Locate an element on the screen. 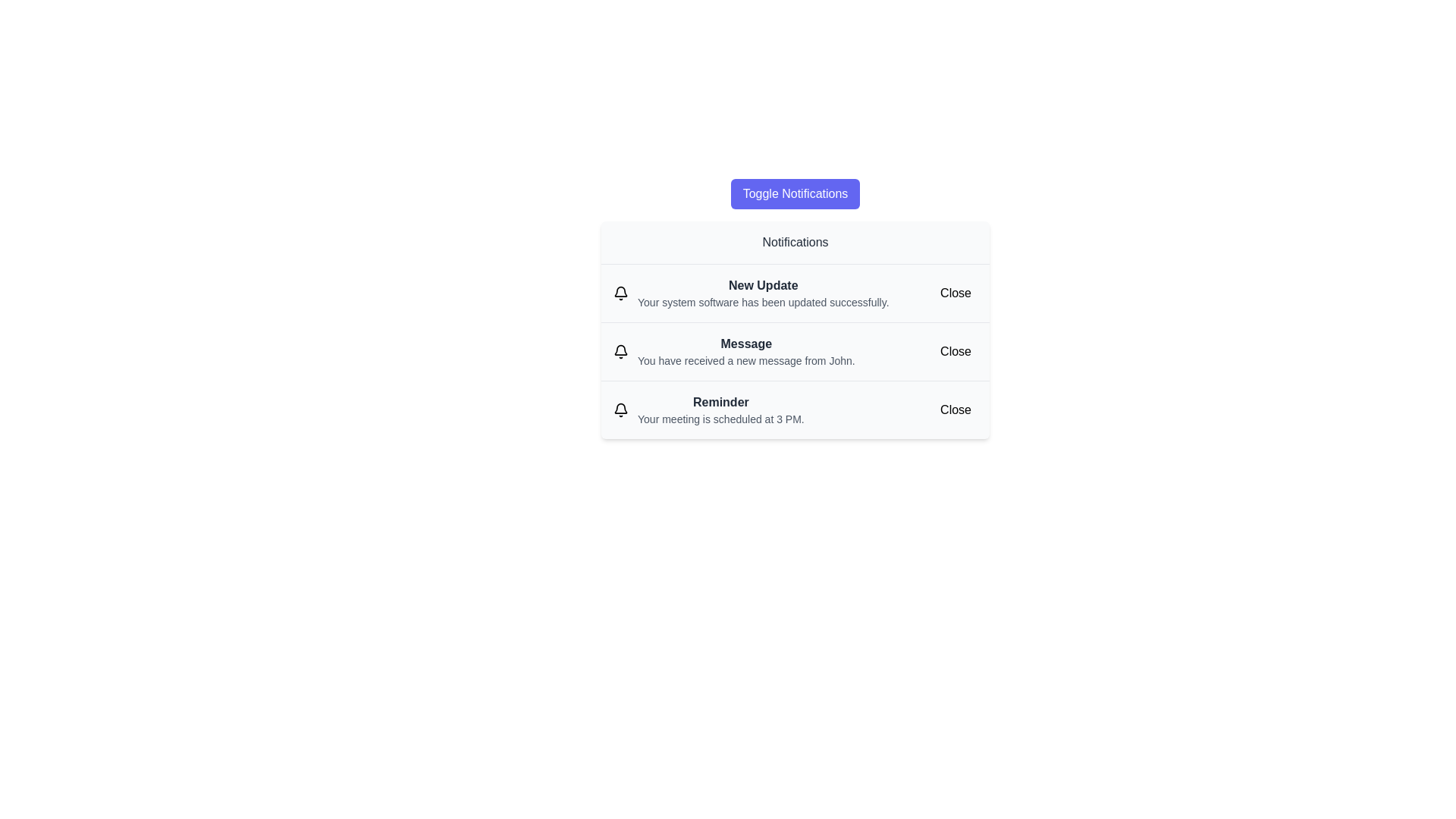 The height and width of the screenshot is (819, 1456). text from the Notification text block located in the dropdown panel, which is the third item in a vertical stack of notifications is located at coordinates (720, 409).